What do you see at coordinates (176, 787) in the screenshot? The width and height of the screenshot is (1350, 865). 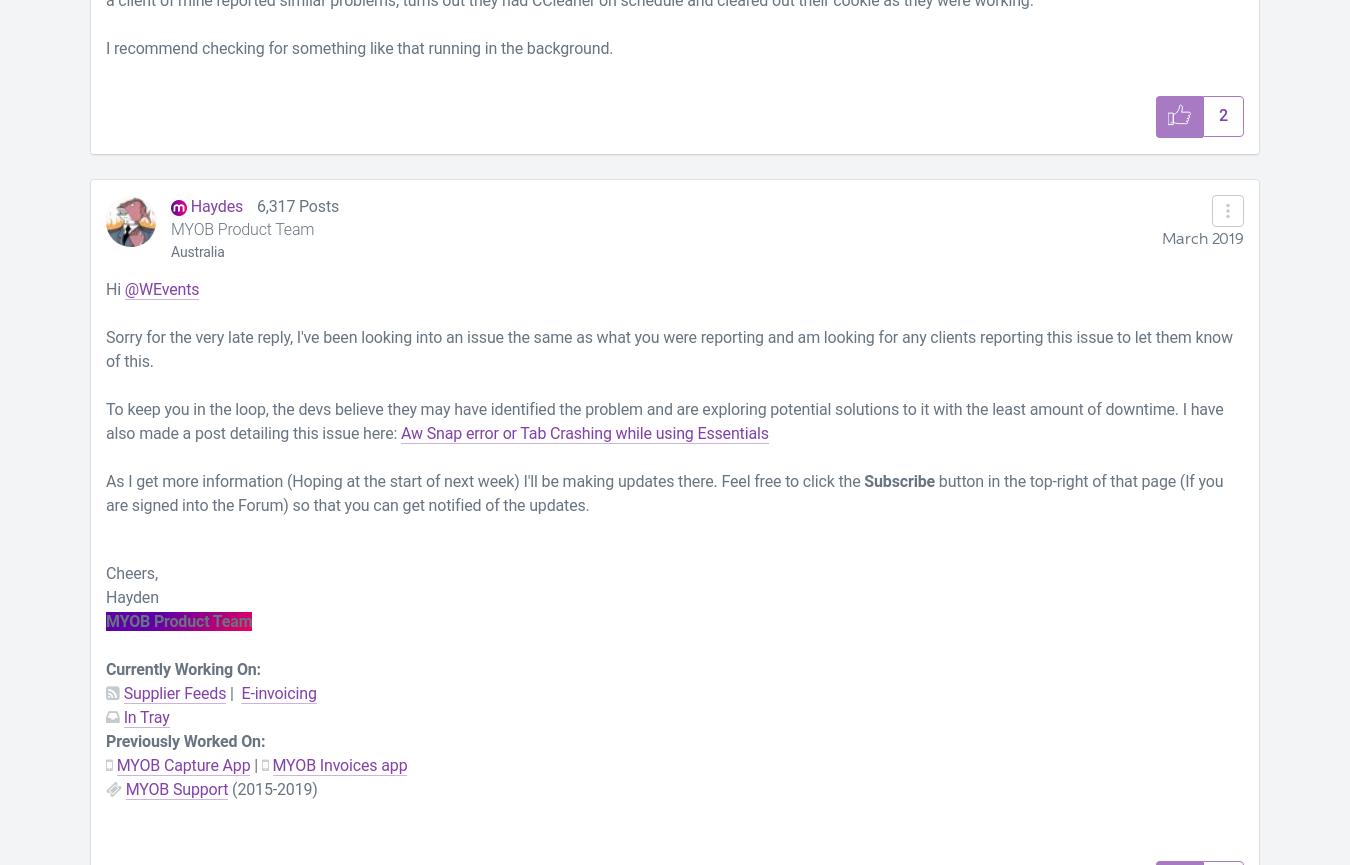 I see `'MYOB Support'` at bounding box center [176, 787].